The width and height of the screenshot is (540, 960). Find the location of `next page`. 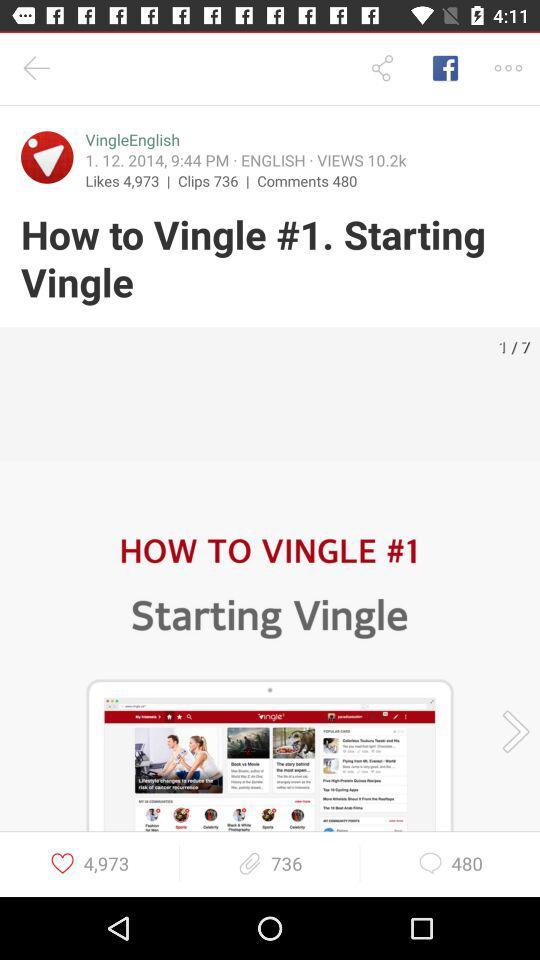

next page is located at coordinates (509, 730).